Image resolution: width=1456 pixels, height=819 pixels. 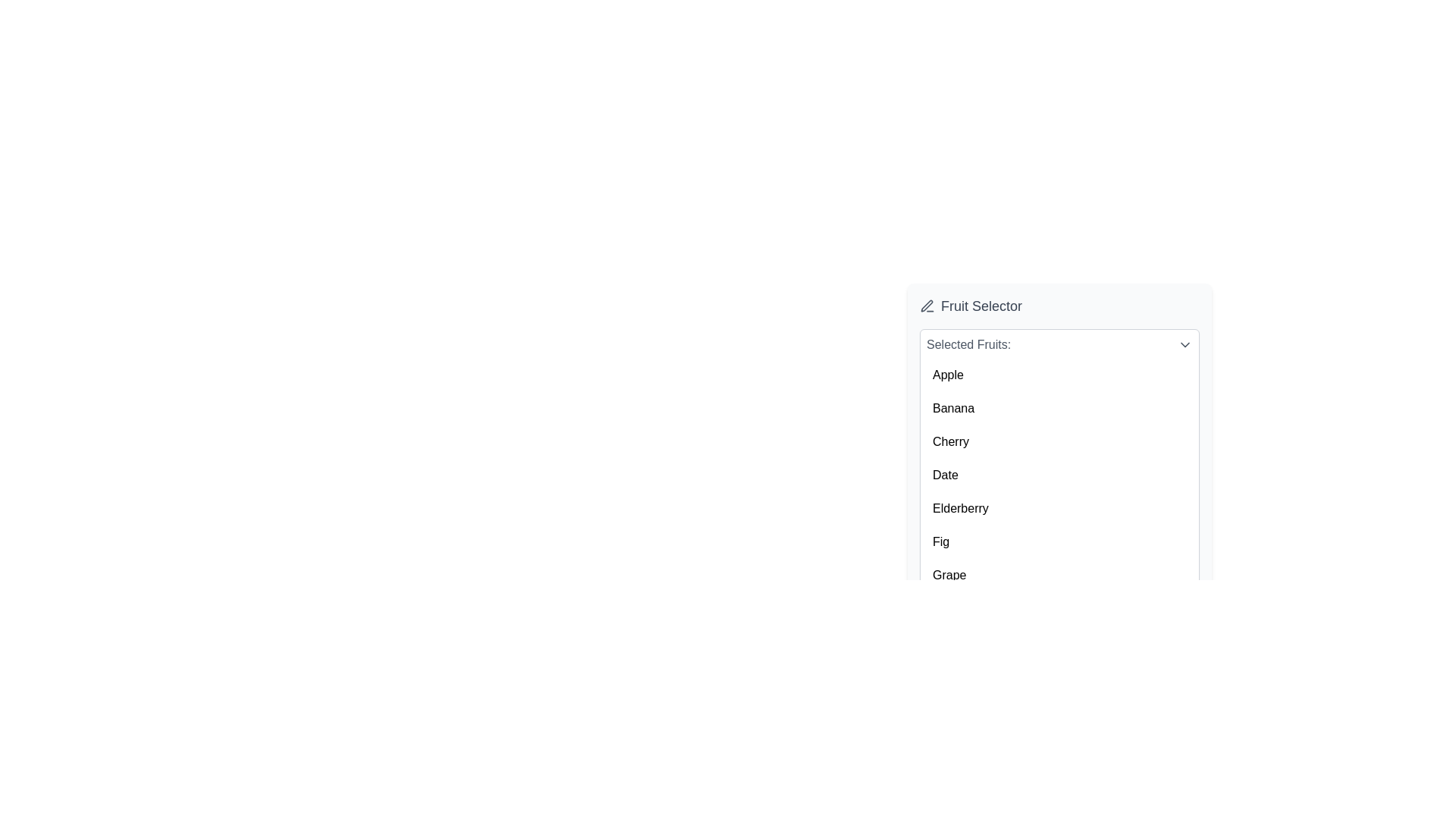 I want to click on to select the list item labeled 'Cherry', which is the third item in the 'Fruit Selector' list of fruits, so click(x=1059, y=441).